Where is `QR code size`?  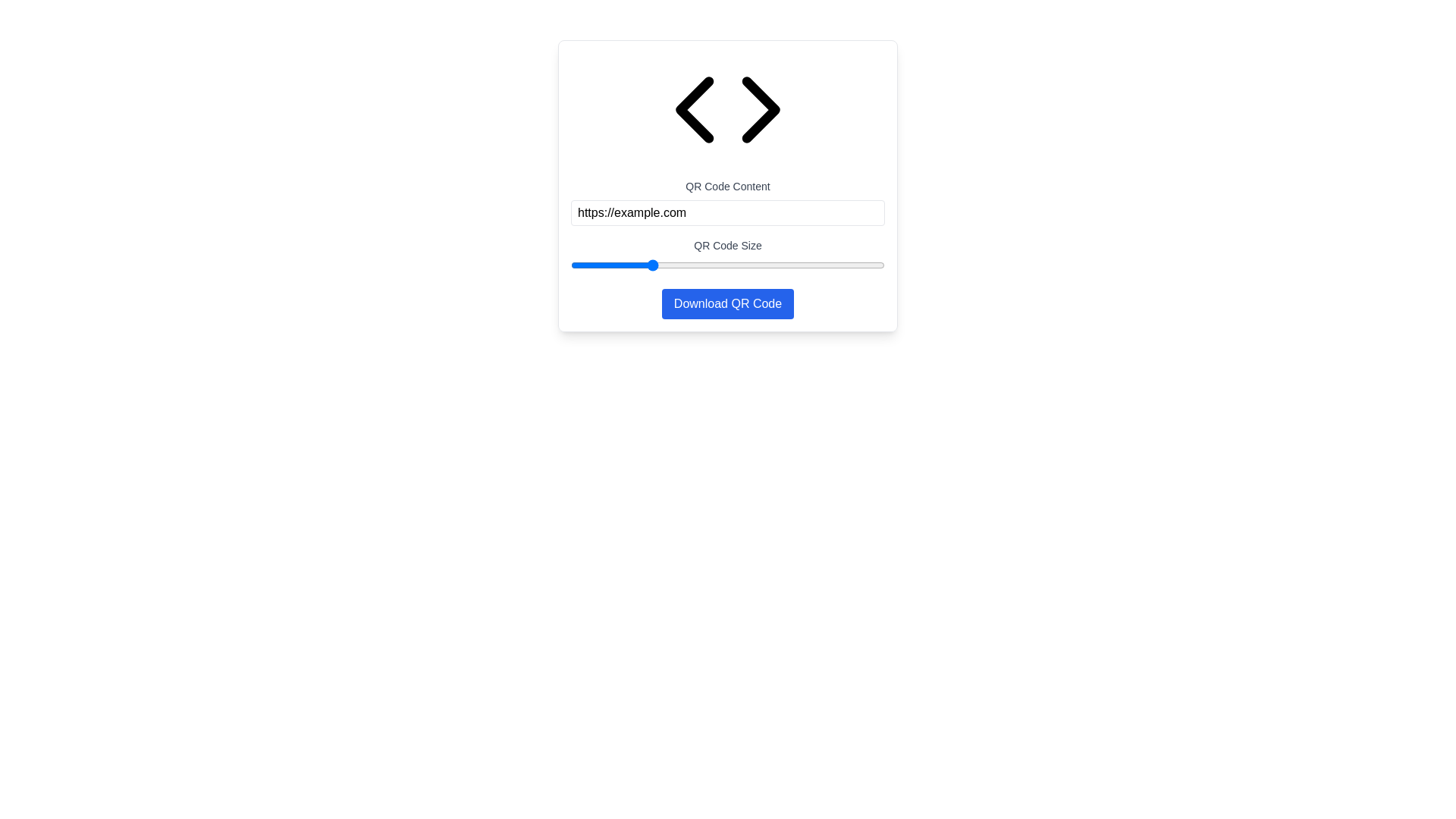 QR code size is located at coordinates (799, 265).